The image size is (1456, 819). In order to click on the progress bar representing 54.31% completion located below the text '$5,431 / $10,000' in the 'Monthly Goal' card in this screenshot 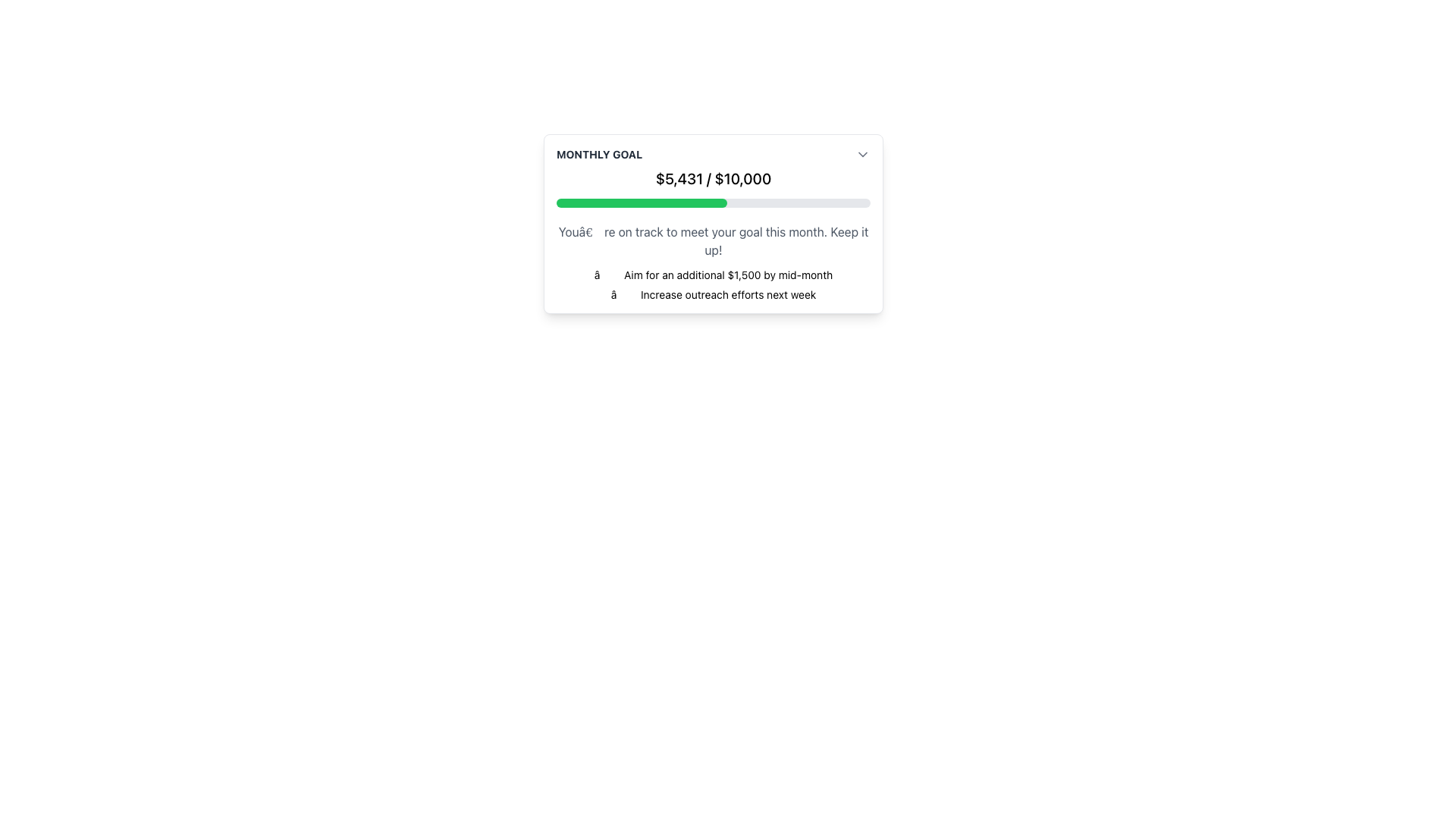, I will do `click(712, 202)`.